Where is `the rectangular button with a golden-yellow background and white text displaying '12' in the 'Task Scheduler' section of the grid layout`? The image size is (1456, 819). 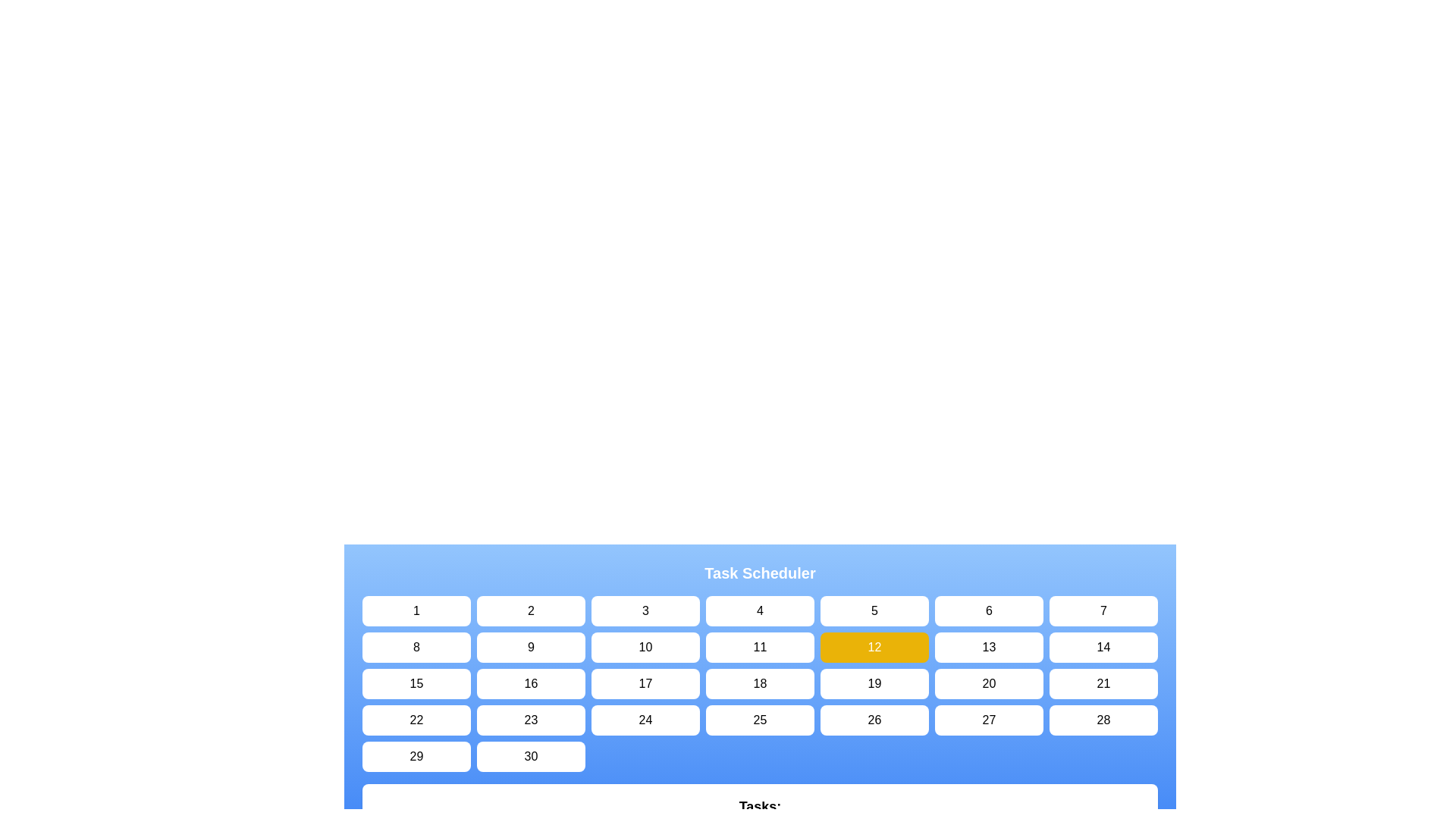
the rectangular button with a golden-yellow background and white text displaying '12' in the 'Task Scheduler' section of the grid layout is located at coordinates (874, 647).